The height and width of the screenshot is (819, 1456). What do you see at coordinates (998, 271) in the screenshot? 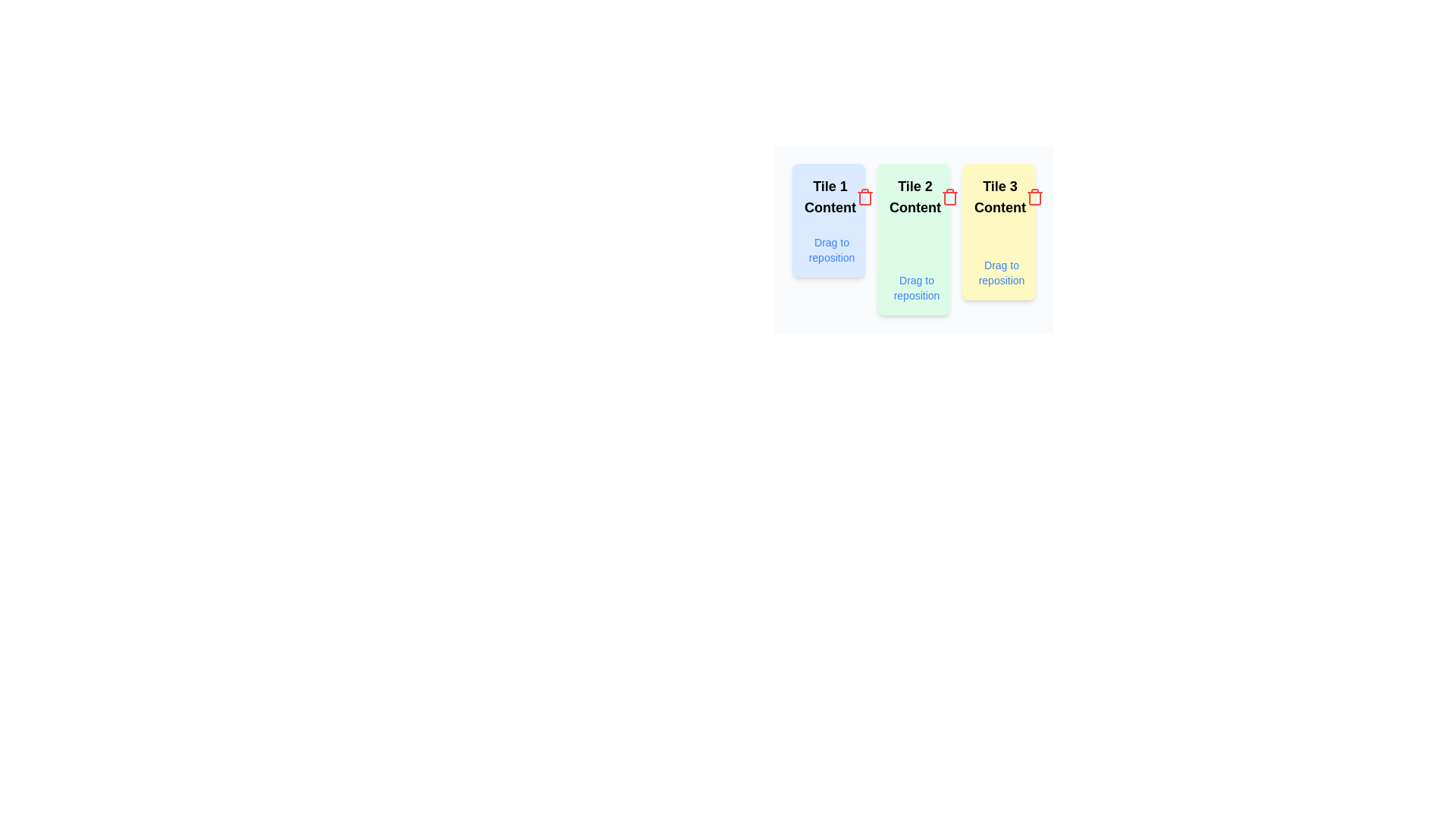
I see `the draggable interactive text with an icon located in the yellow rounded rectangle at the bottom of the 'Tile 3 Content' area` at bounding box center [998, 271].